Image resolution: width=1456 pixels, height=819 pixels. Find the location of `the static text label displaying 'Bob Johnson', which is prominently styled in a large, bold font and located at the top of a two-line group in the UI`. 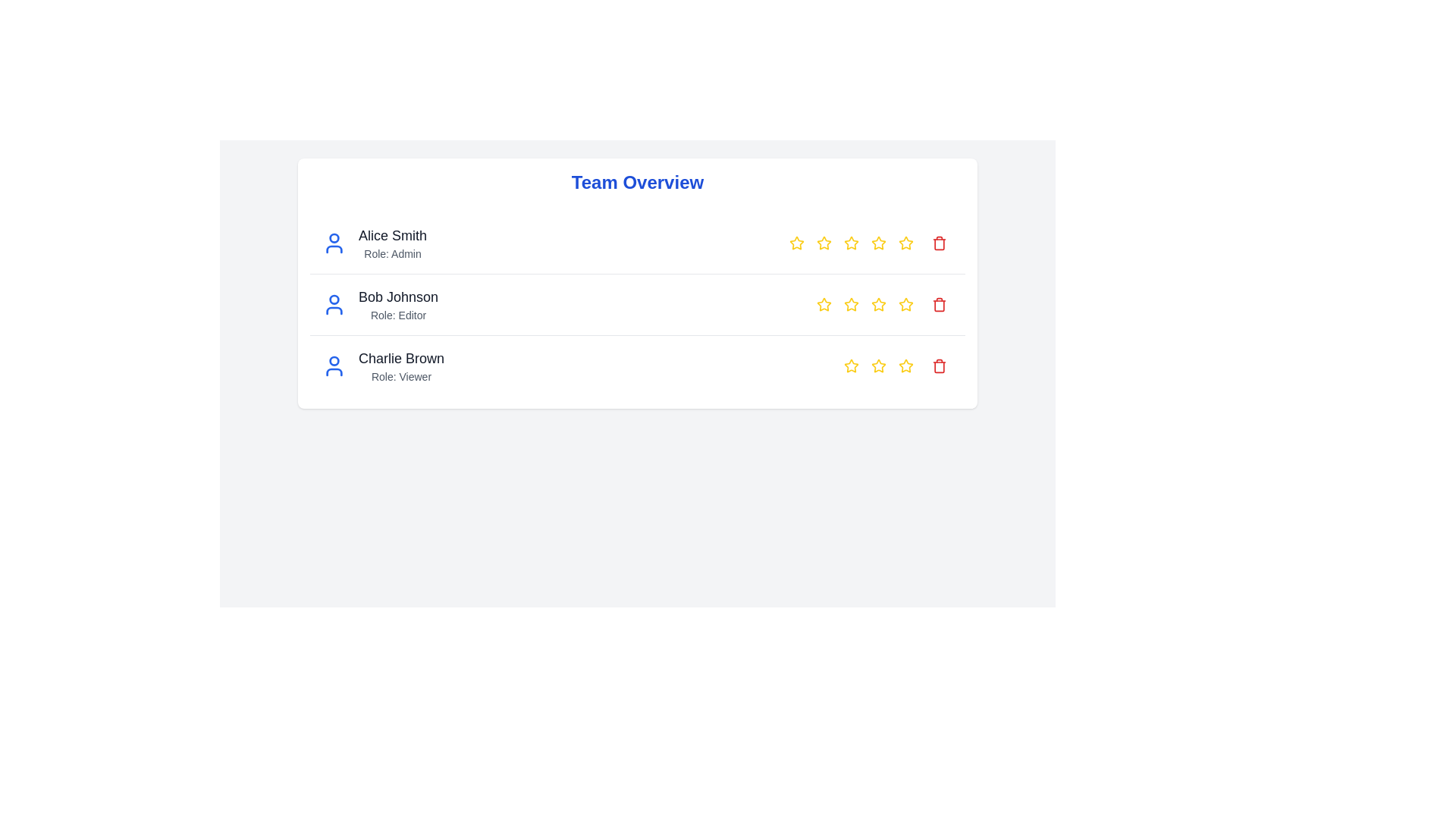

the static text label displaying 'Bob Johnson', which is prominently styled in a large, bold font and located at the top of a two-line group in the UI is located at coordinates (398, 297).